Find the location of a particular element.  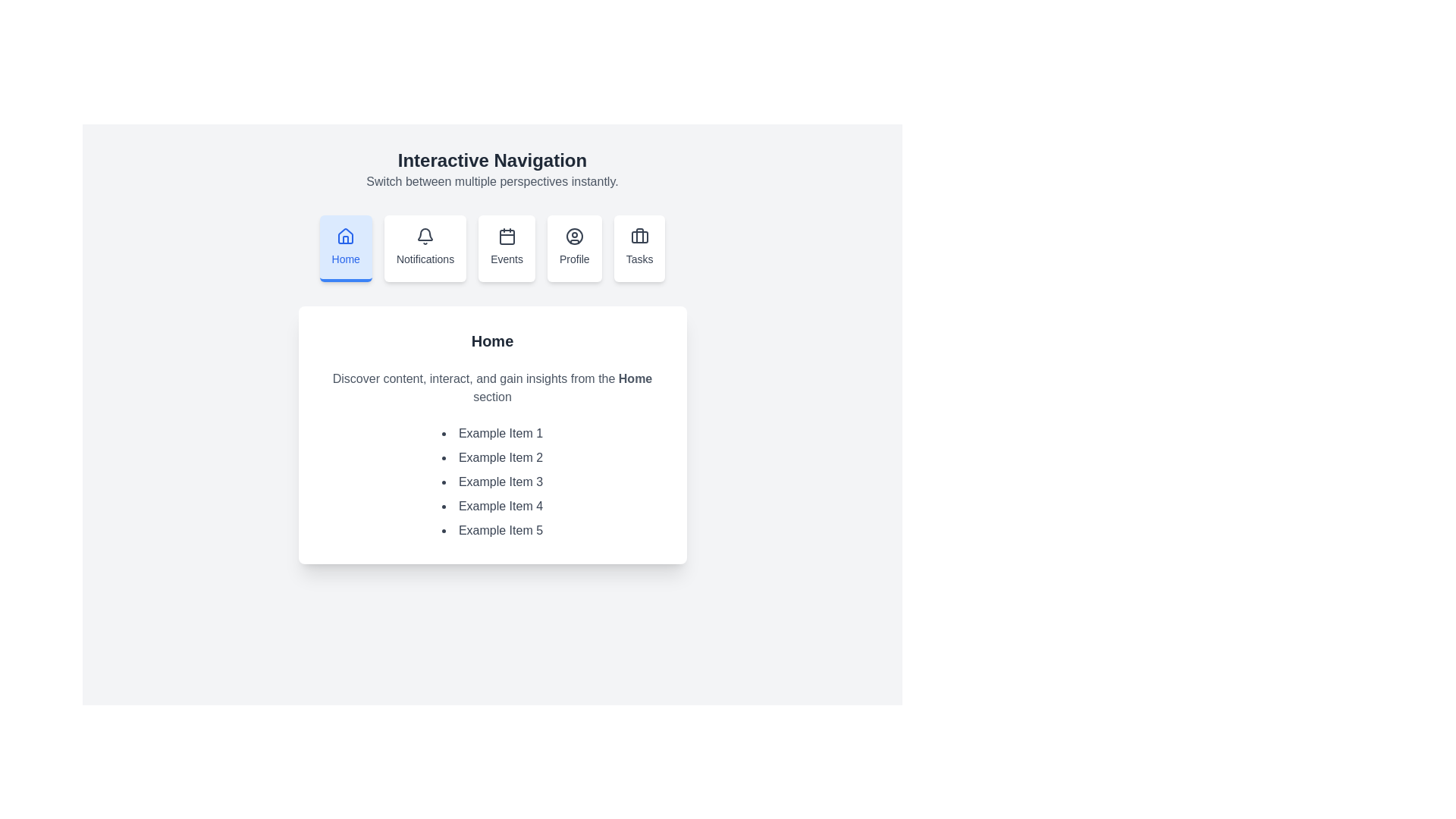

the 'Notifications' button, which is a rectangular button with a bell icon above the text, located in the navigation bar between the 'Home' and 'Events' buttons is located at coordinates (425, 247).